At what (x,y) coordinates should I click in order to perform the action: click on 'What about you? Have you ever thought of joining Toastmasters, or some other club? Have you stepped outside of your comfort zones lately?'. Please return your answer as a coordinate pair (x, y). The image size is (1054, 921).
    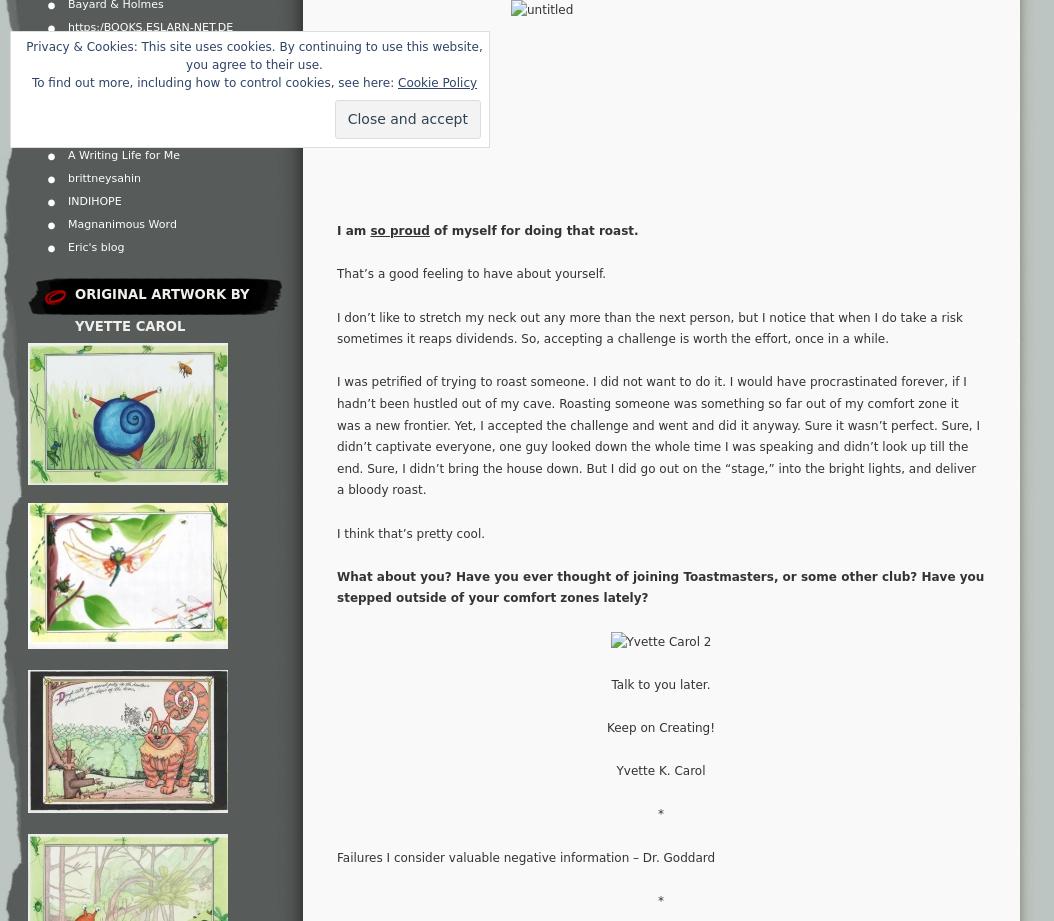
    Looking at the image, I should click on (660, 586).